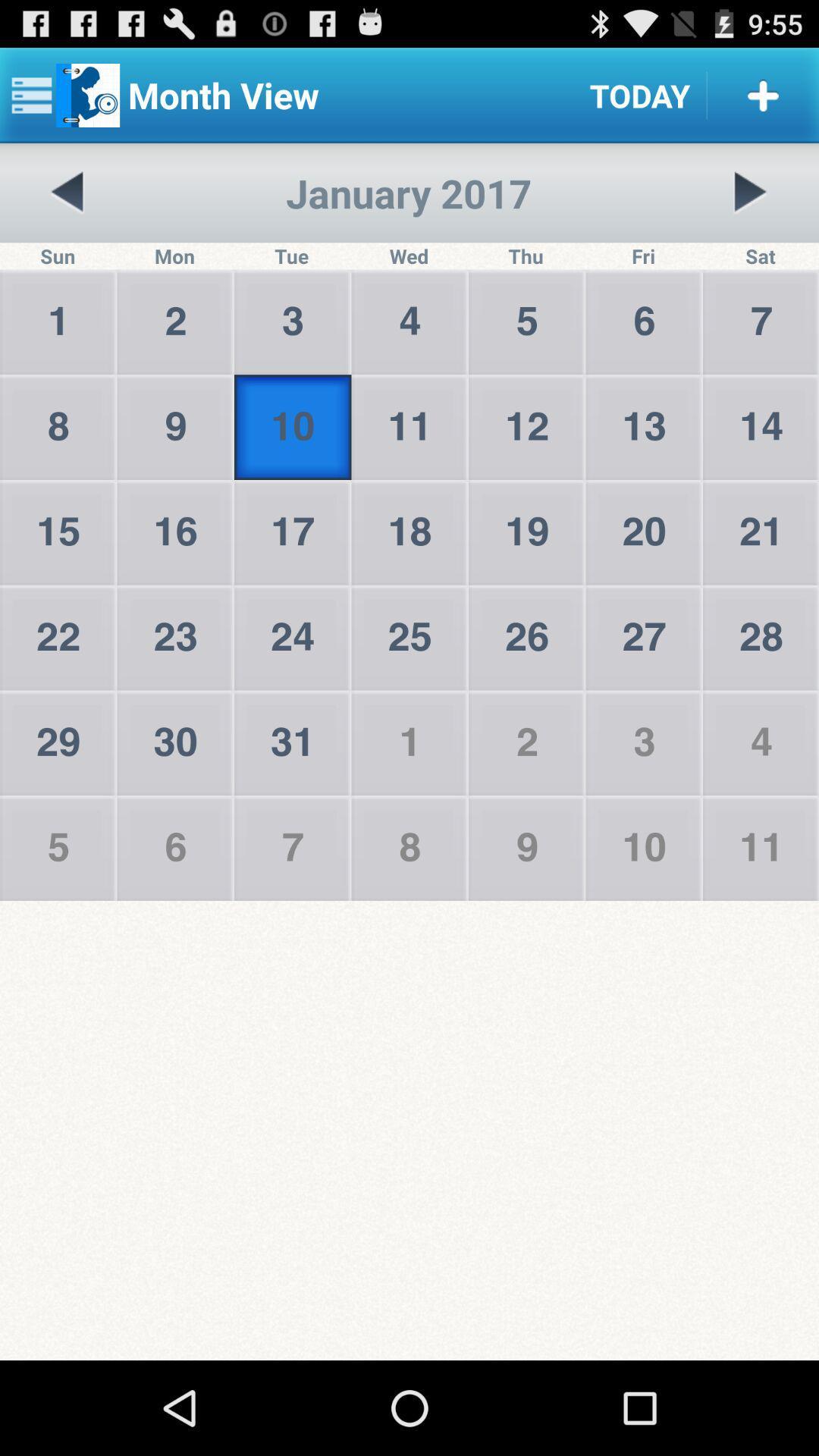 The width and height of the screenshot is (819, 1456). What do you see at coordinates (67, 192) in the screenshot?
I see `the icon to the left of the tue icon` at bounding box center [67, 192].